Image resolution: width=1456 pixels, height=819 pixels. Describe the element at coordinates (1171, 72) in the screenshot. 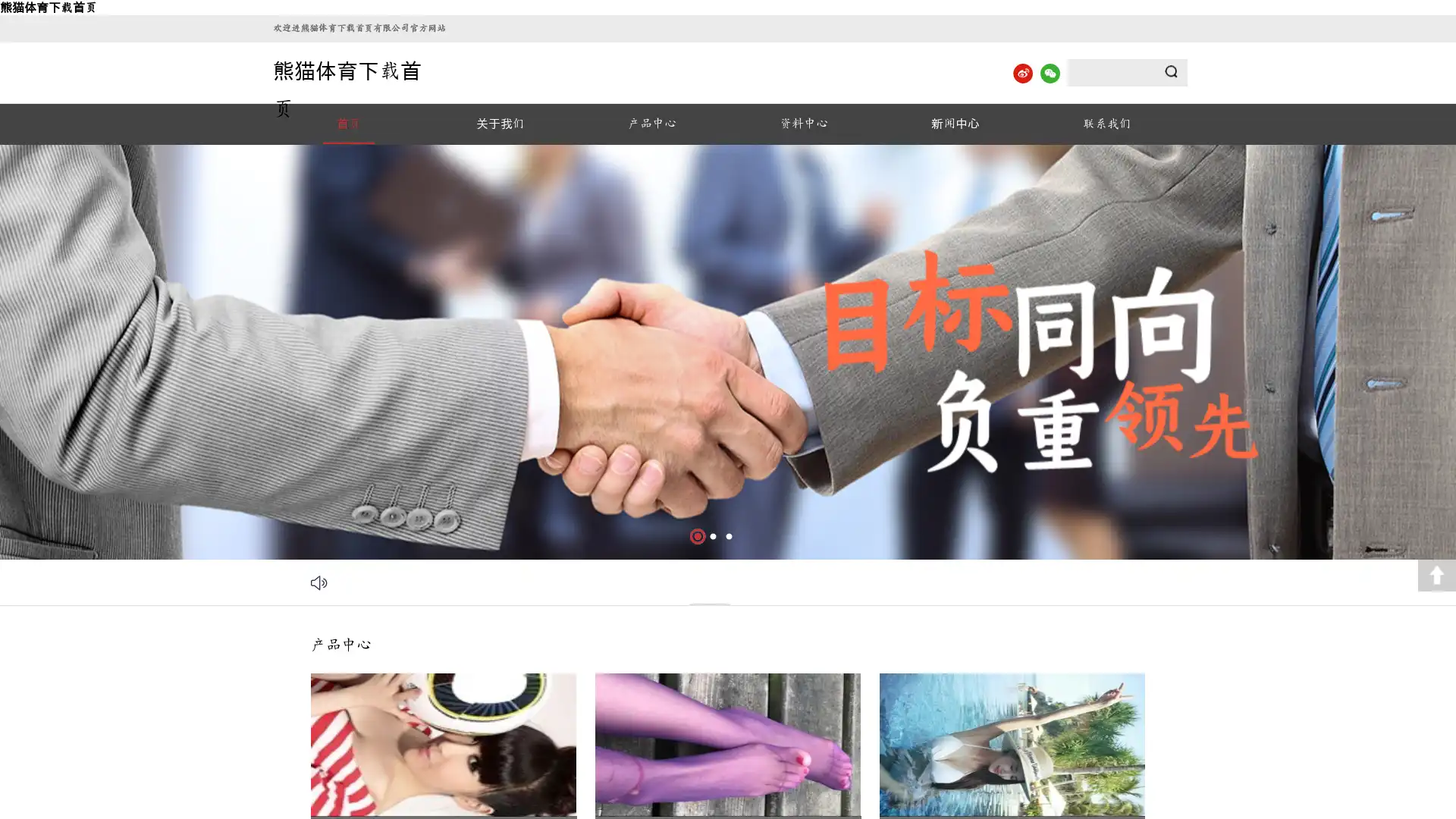

I see `Submit` at that location.